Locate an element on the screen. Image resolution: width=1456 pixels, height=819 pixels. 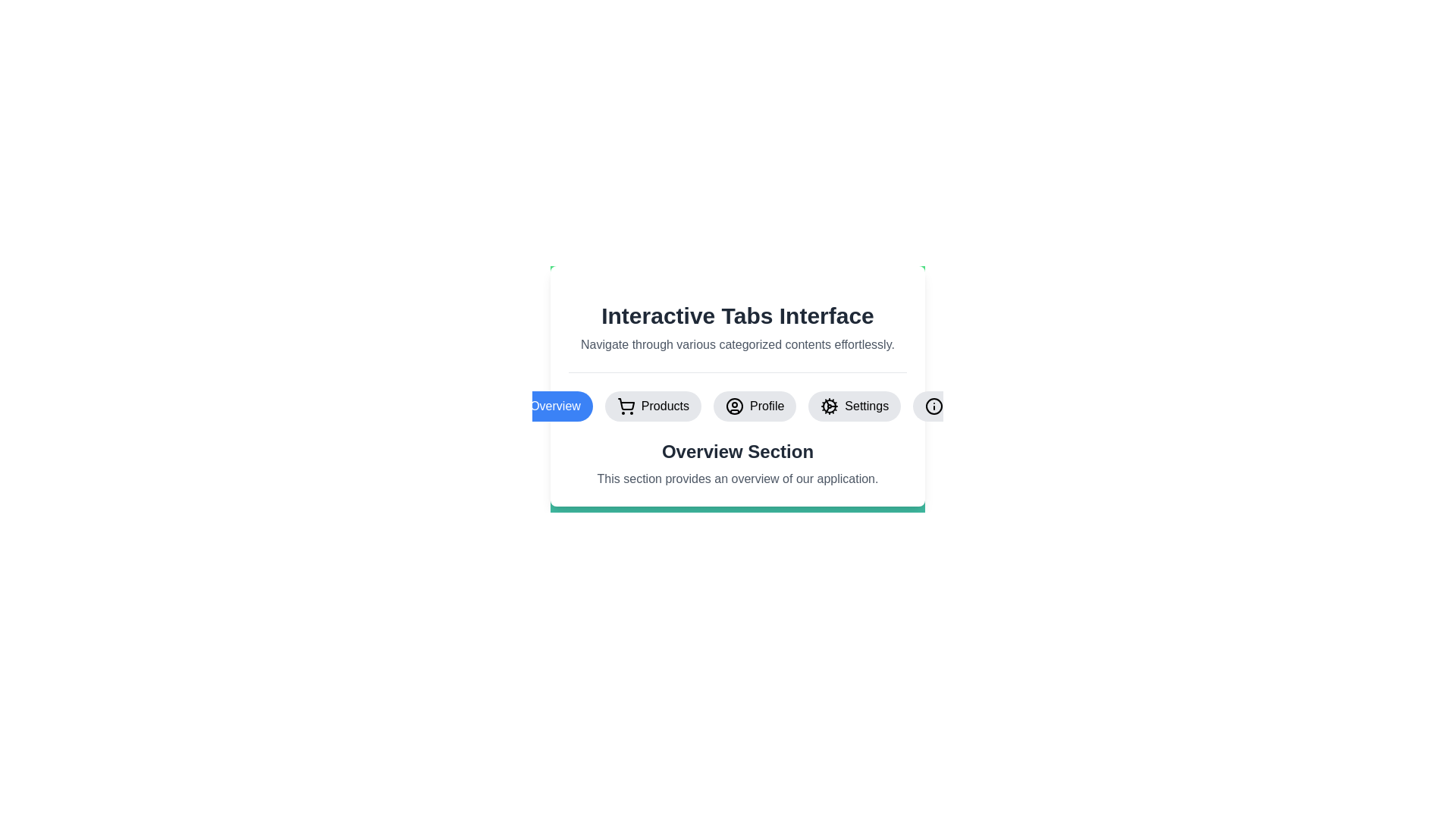
the navigation button located to the right of the 'Overview' button and to the left of the 'Profile' button is located at coordinates (653, 406).